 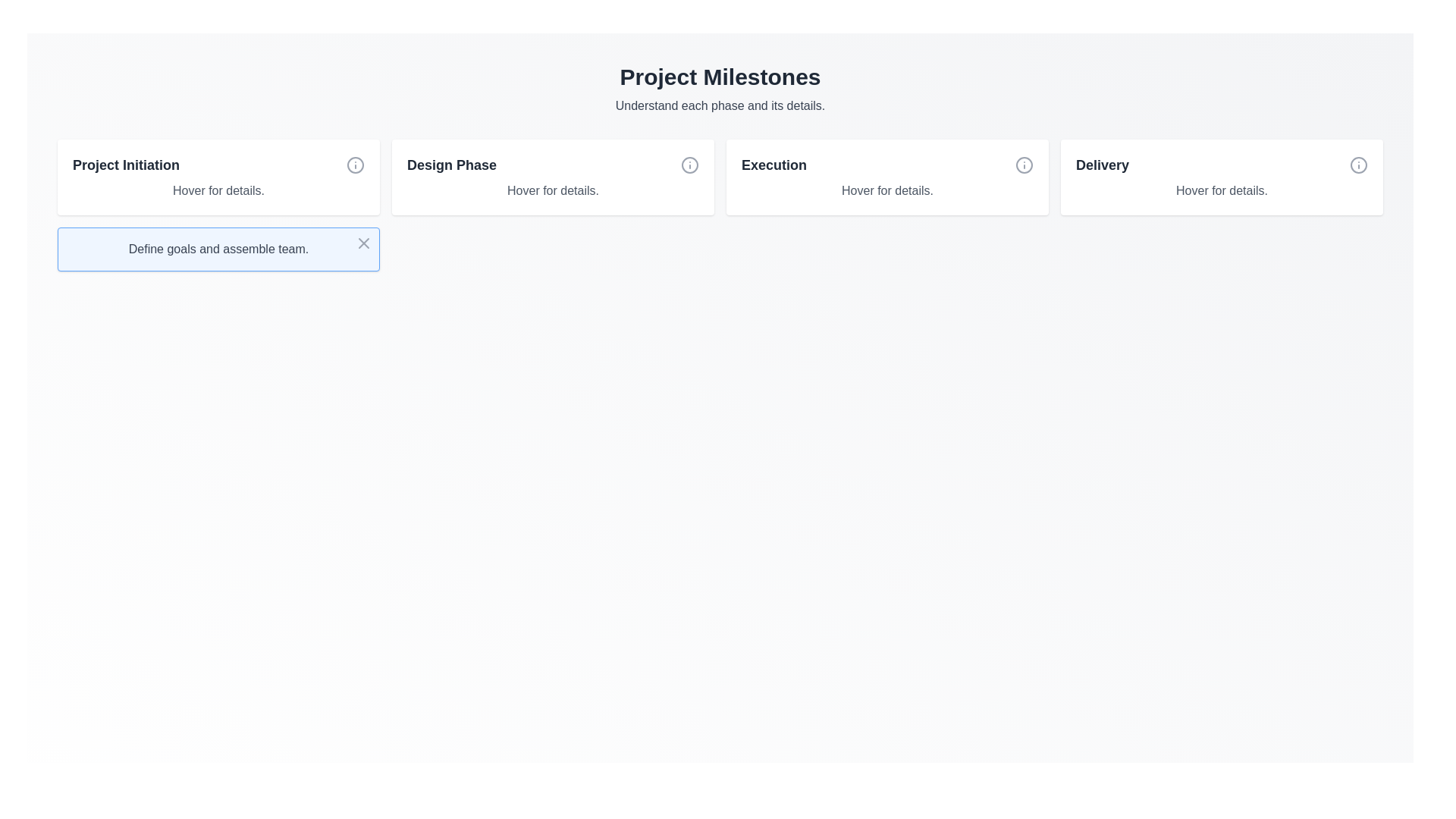 I want to click on the informational Text label located at the bottom of the 'Project Initiation' card, which prompts users, so click(x=218, y=190).